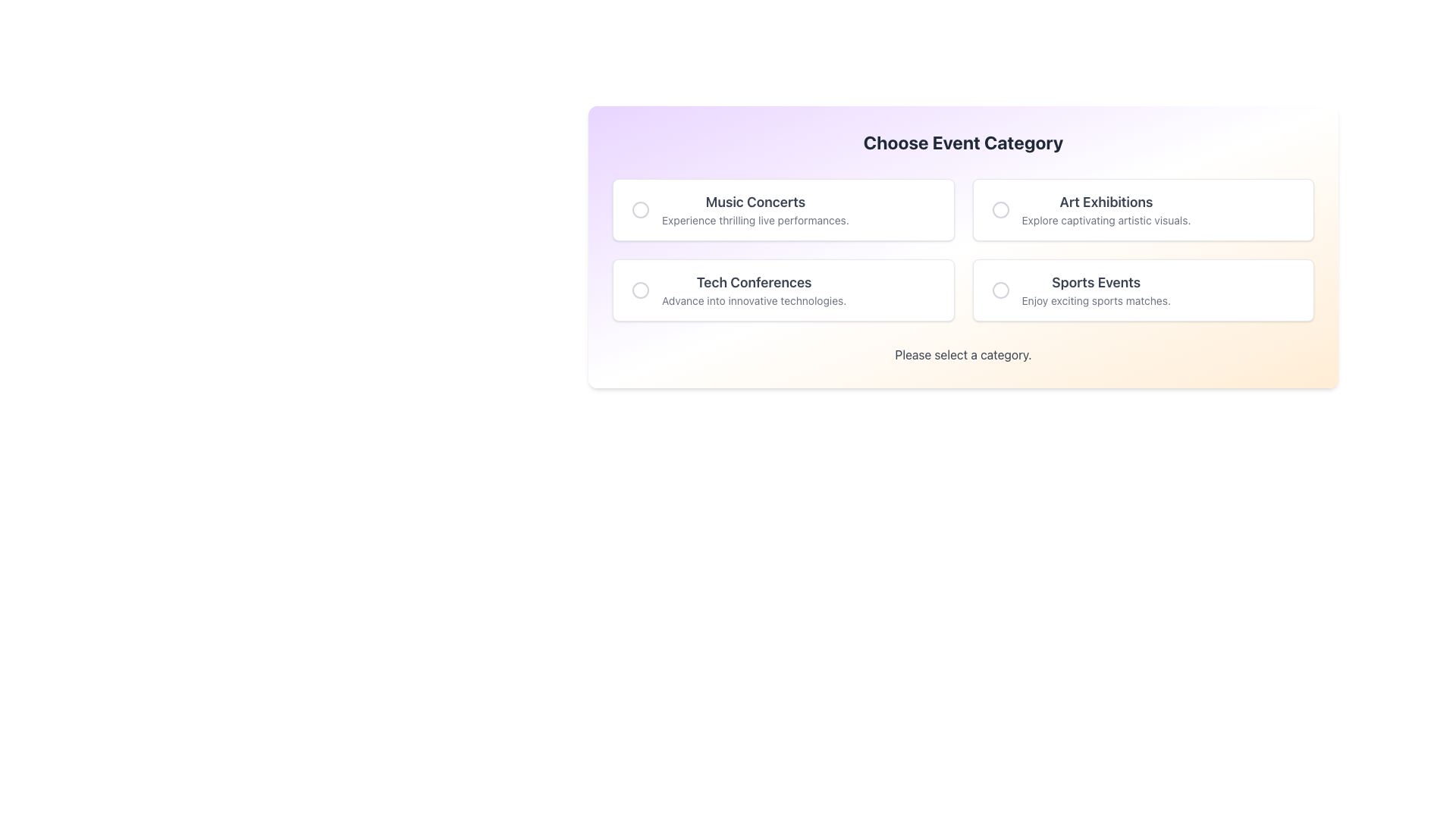 This screenshot has width=1456, height=819. I want to click on the circular radio button indicator for the 'Tech Conferences' category, which is the second option in the vertical list of categories, so click(640, 290).